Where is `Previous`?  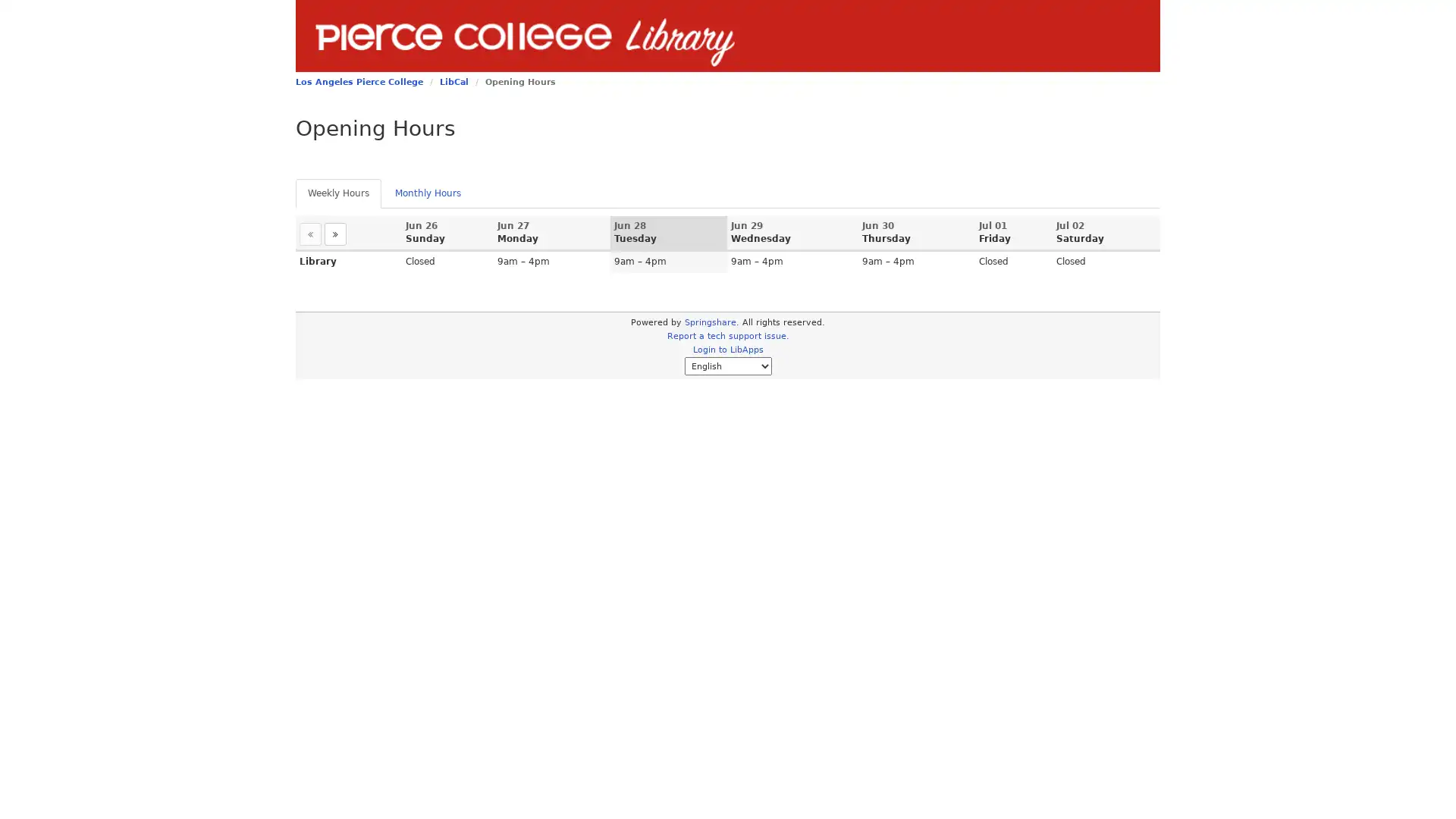
Previous is located at coordinates (309, 234).